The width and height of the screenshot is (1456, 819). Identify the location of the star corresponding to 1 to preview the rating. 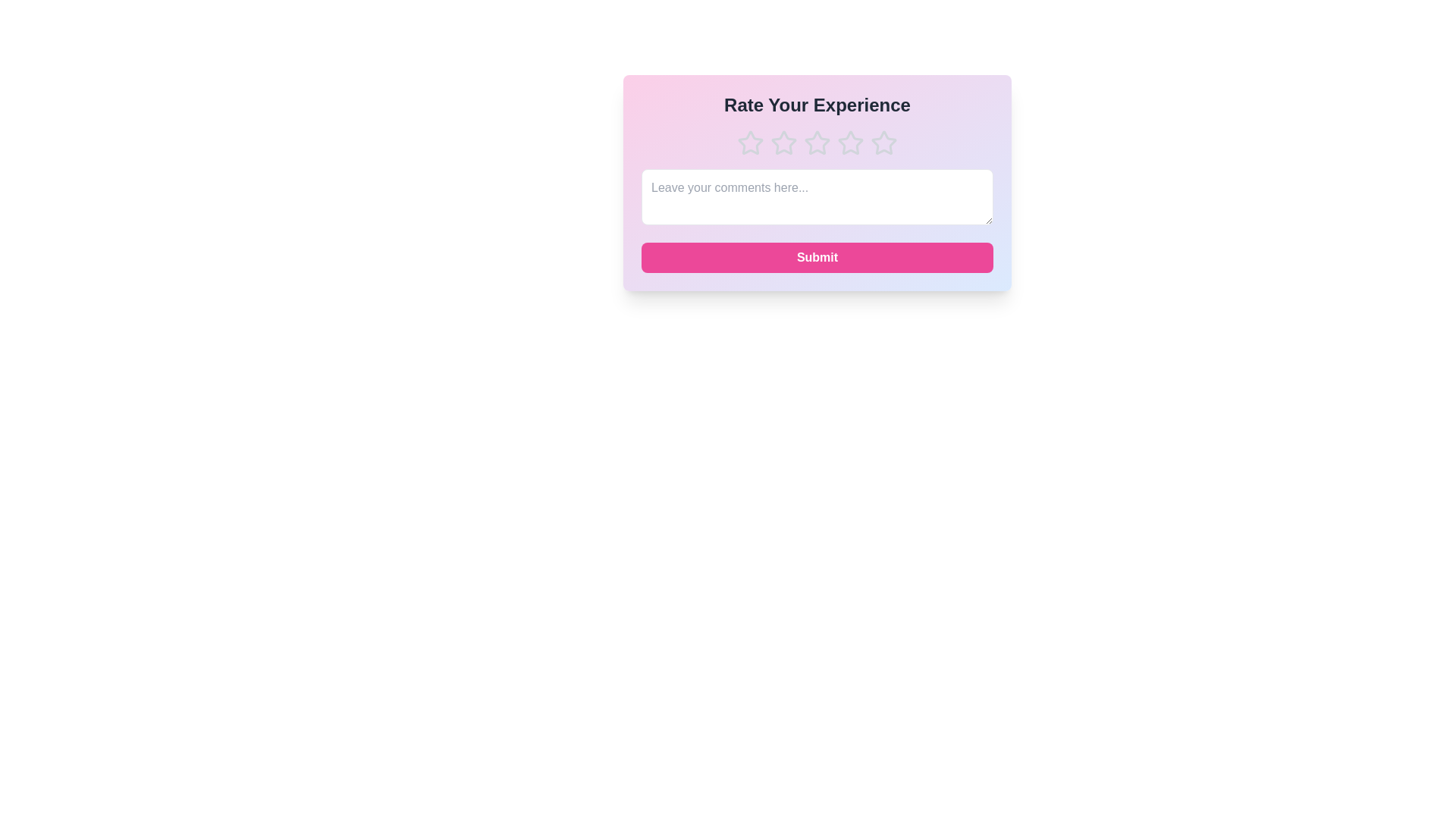
(750, 143).